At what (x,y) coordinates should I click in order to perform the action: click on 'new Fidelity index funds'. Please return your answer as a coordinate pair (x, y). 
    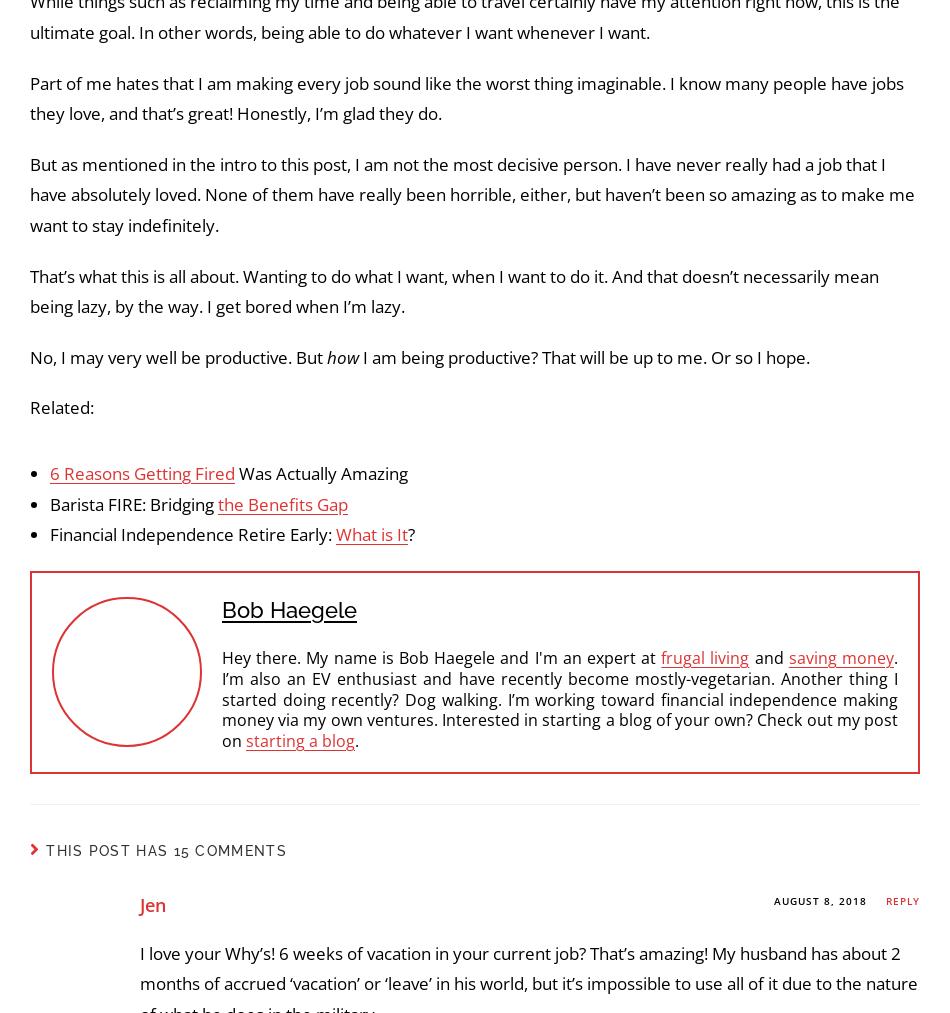
    Looking at the image, I should click on (432, 243).